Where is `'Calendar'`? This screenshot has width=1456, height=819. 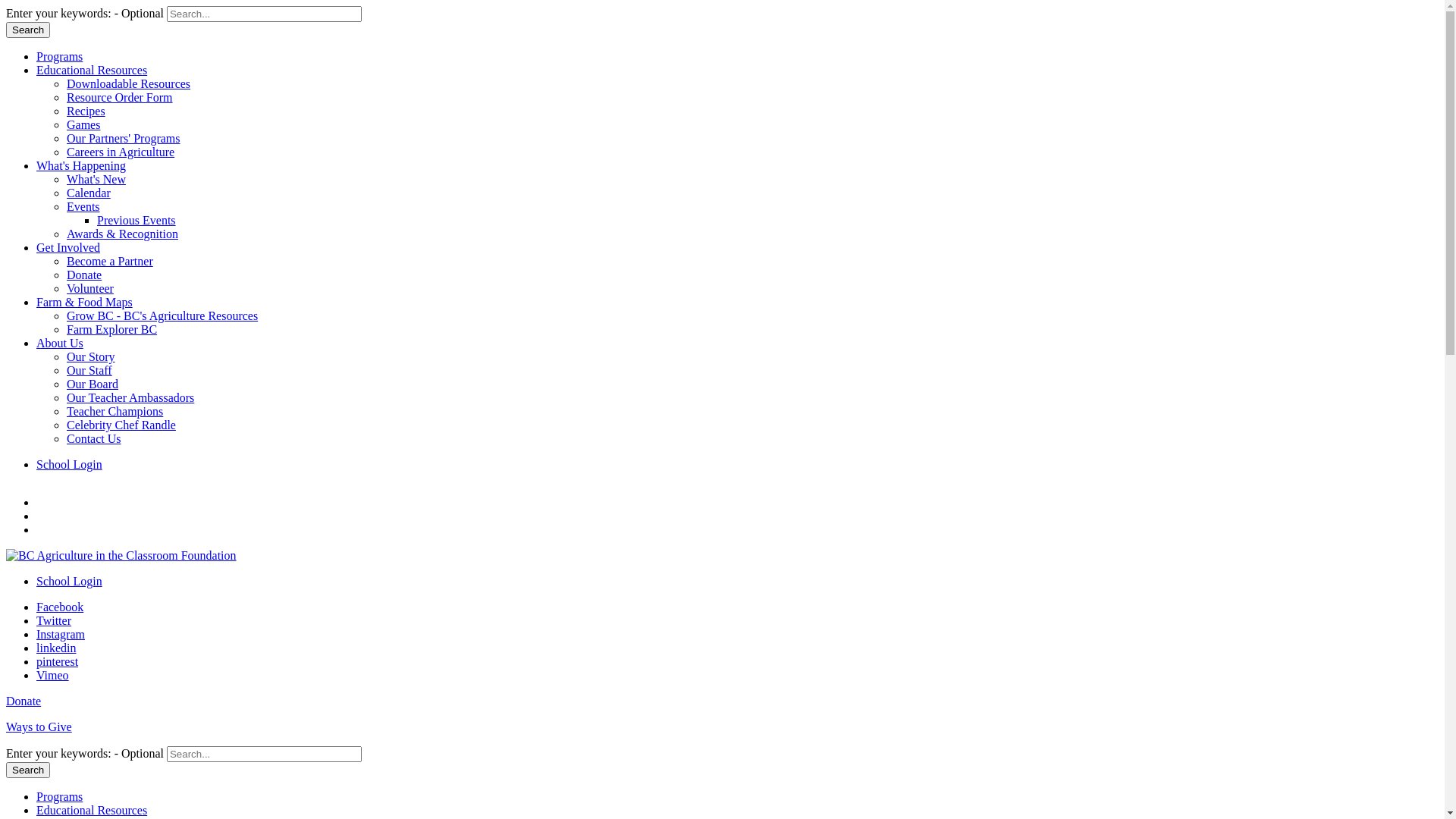
'Calendar' is located at coordinates (65, 192).